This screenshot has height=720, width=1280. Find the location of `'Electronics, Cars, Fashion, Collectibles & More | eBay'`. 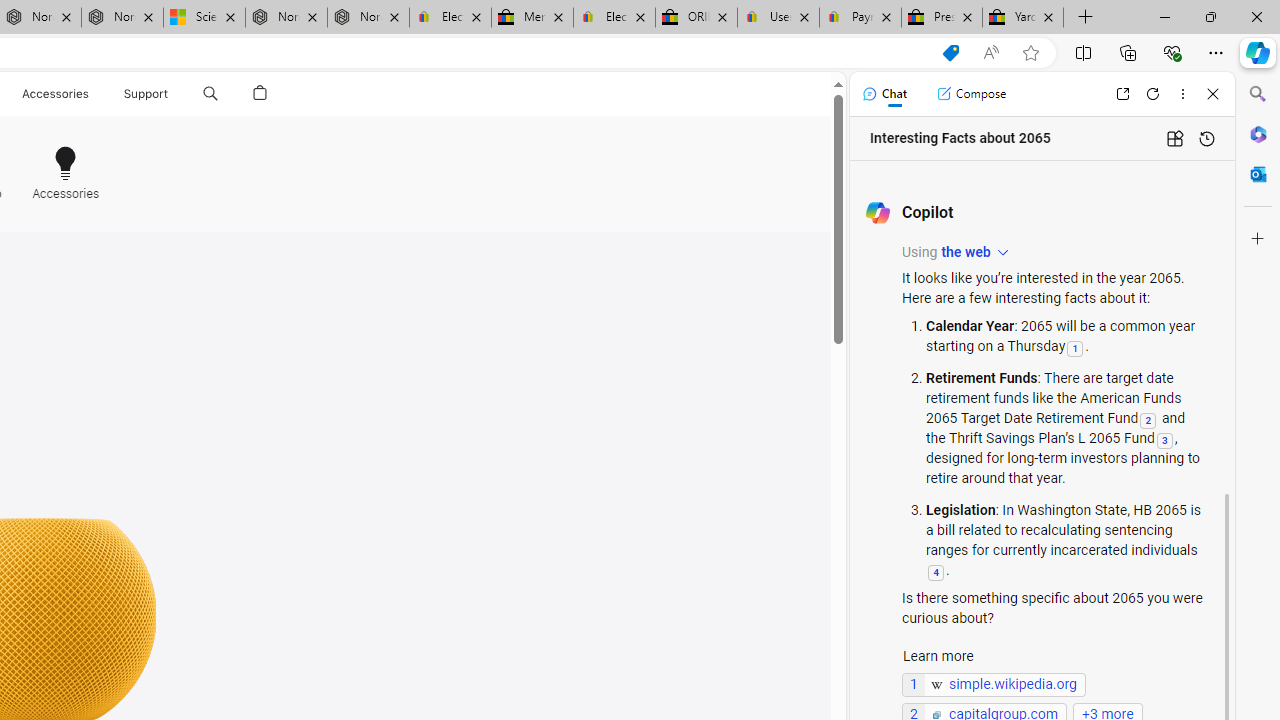

'Electronics, Cars, Fashion, Collectibles & More | eBay' is located at coordinates (613, 17).